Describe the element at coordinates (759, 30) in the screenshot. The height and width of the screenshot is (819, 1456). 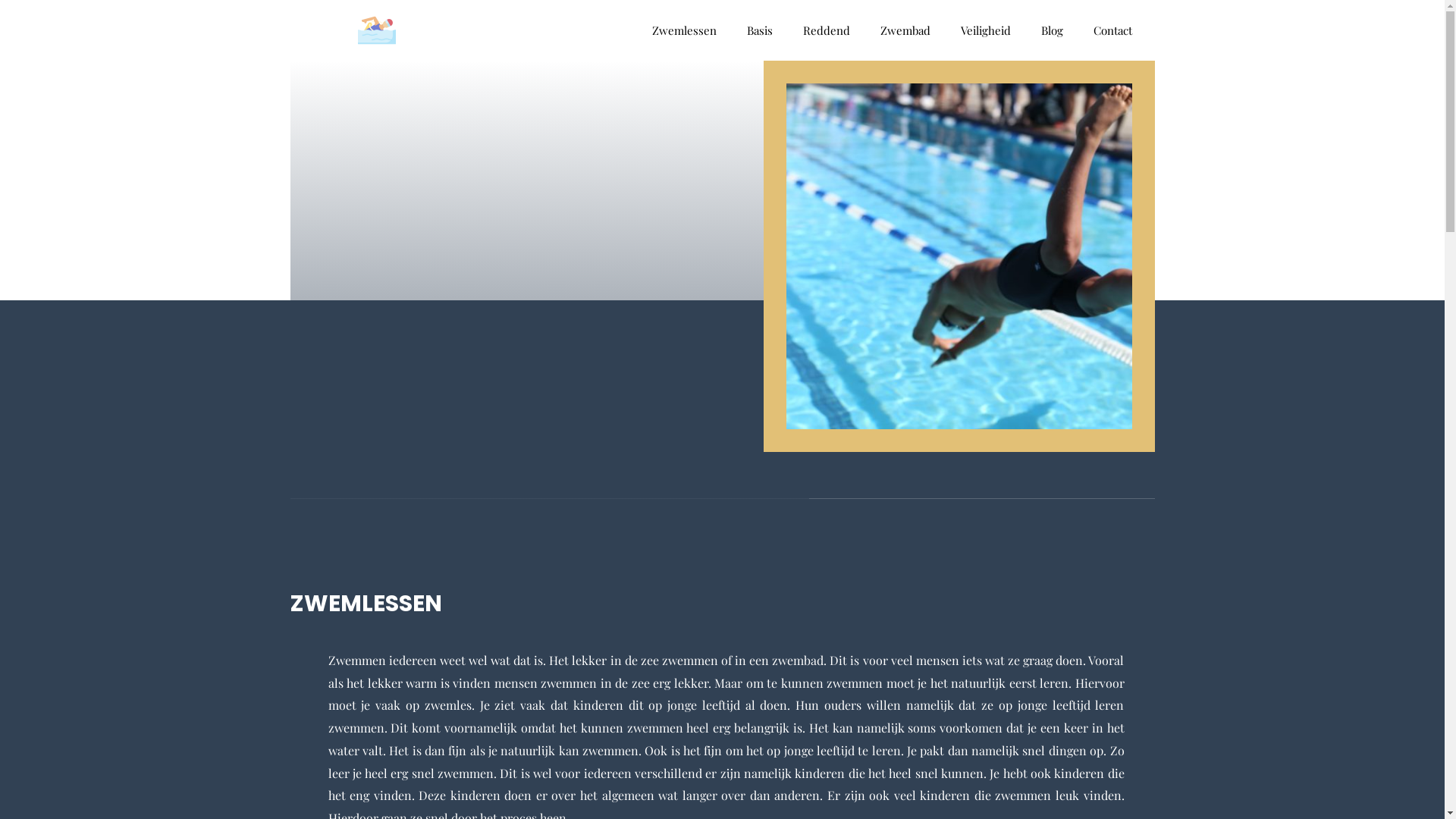
I see `'Basis'` at that location.